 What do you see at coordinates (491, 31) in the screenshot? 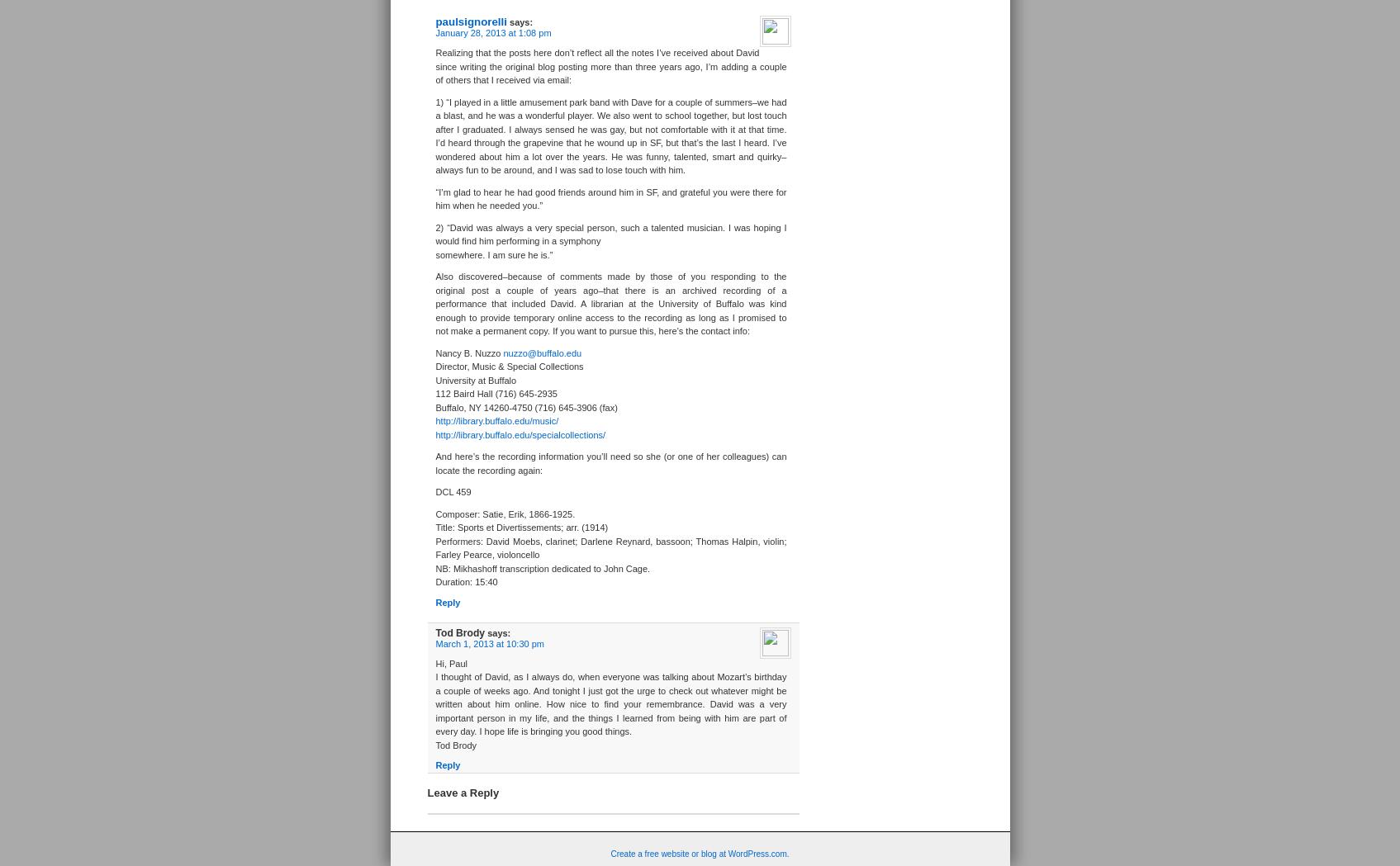
I see `'January 28, 2013 at 1:08 pm'` at bounding box center [491, 31].